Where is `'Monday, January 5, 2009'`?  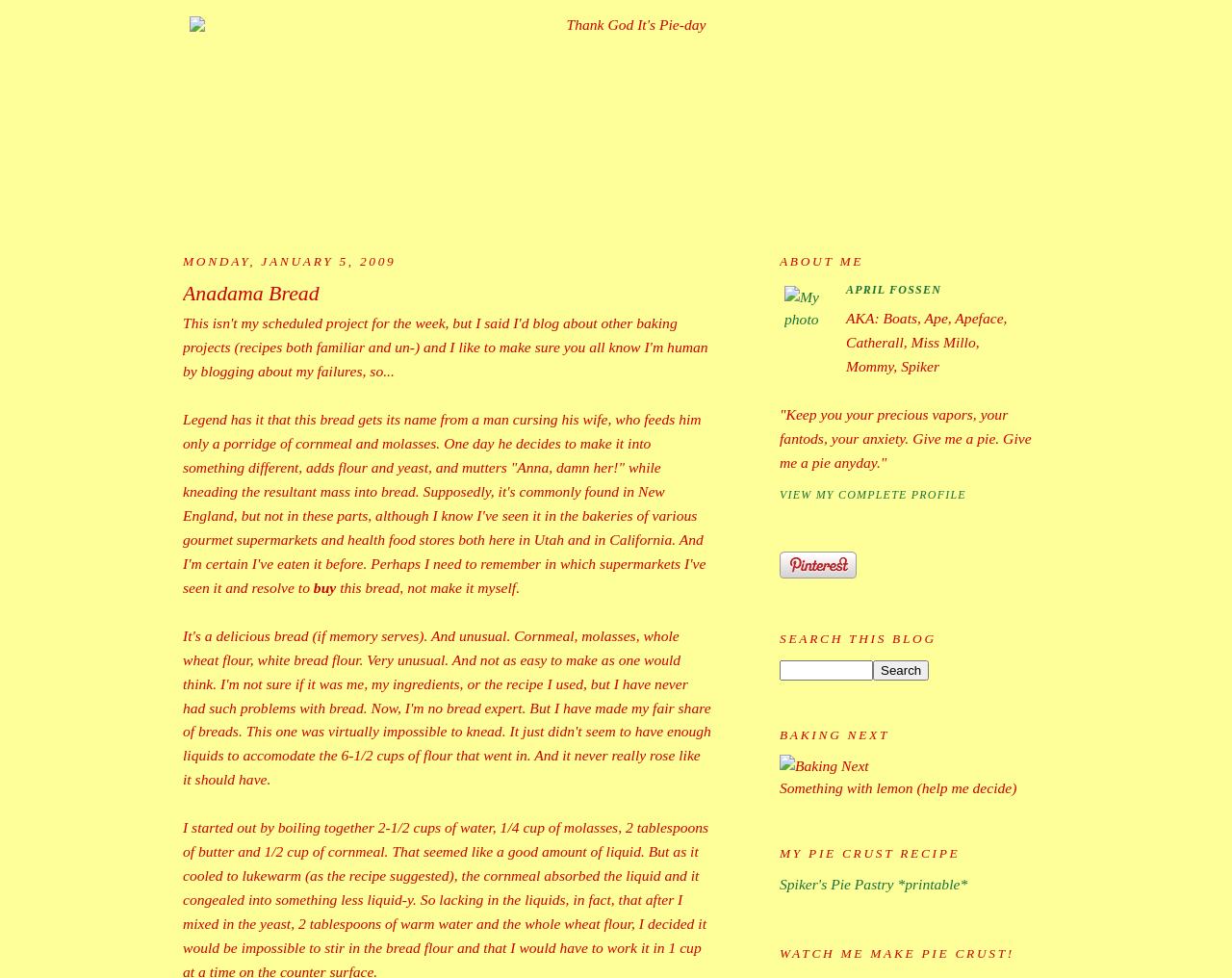 'Monday, January 5, 2009' is located at coordinates (288, 260).